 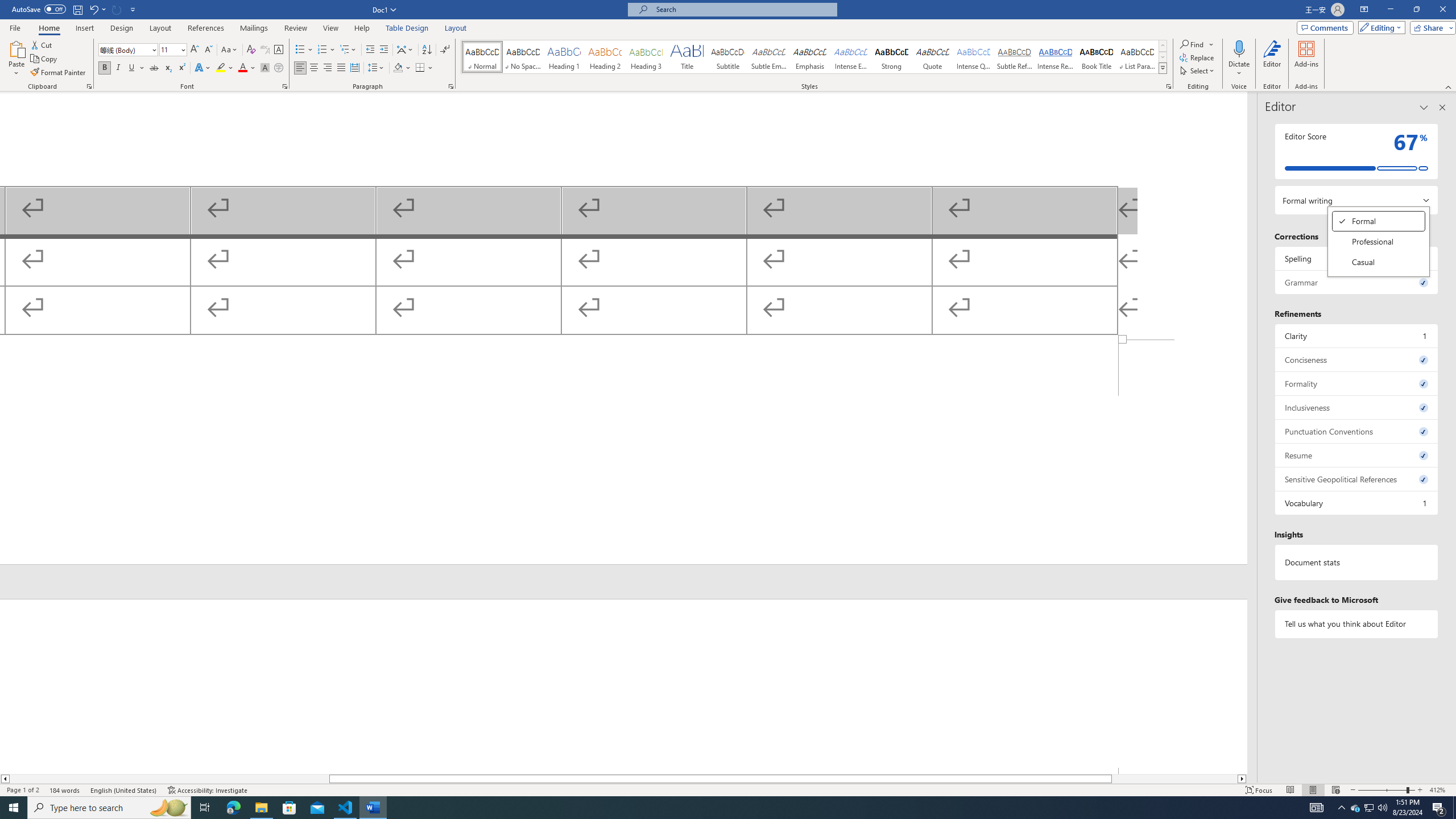 What do you see at coordinates (204, 806) in the screenshot?
I see `'Task View'` at bounding box center [204, 806].